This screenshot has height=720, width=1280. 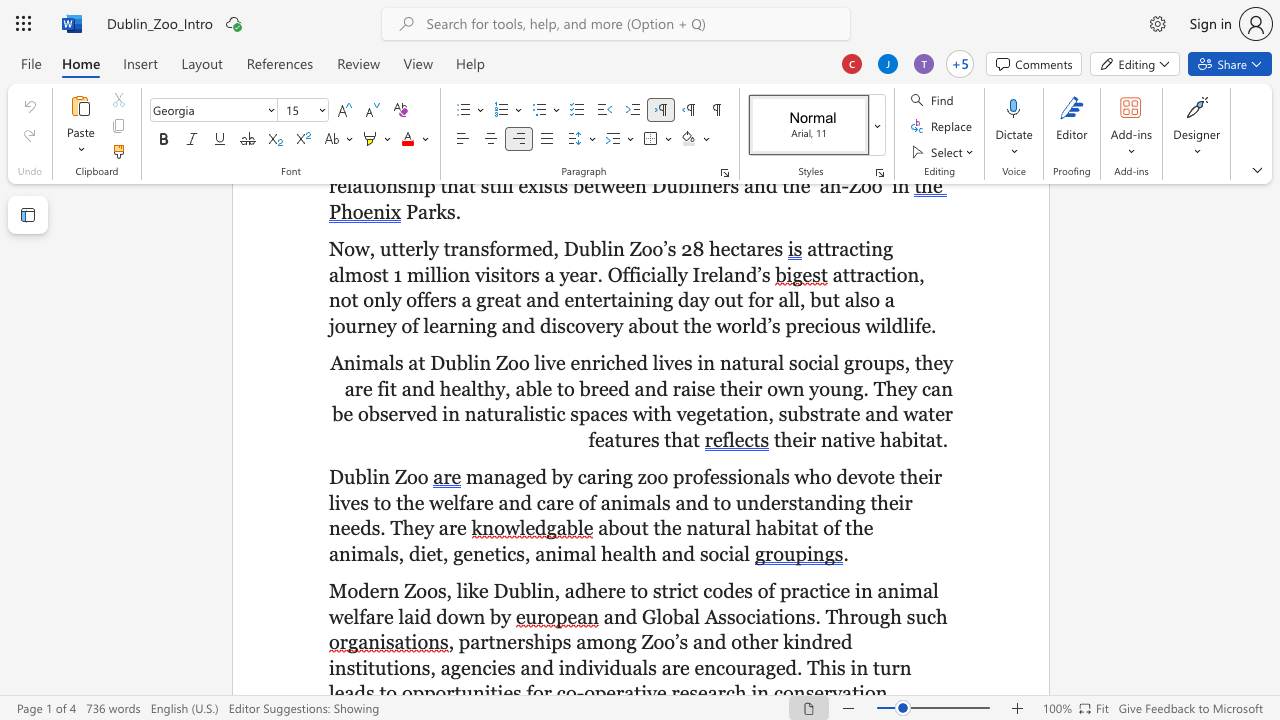 I want to click on the space between the continuous character "b" and "l" in the text, so click(x=365, y=477).